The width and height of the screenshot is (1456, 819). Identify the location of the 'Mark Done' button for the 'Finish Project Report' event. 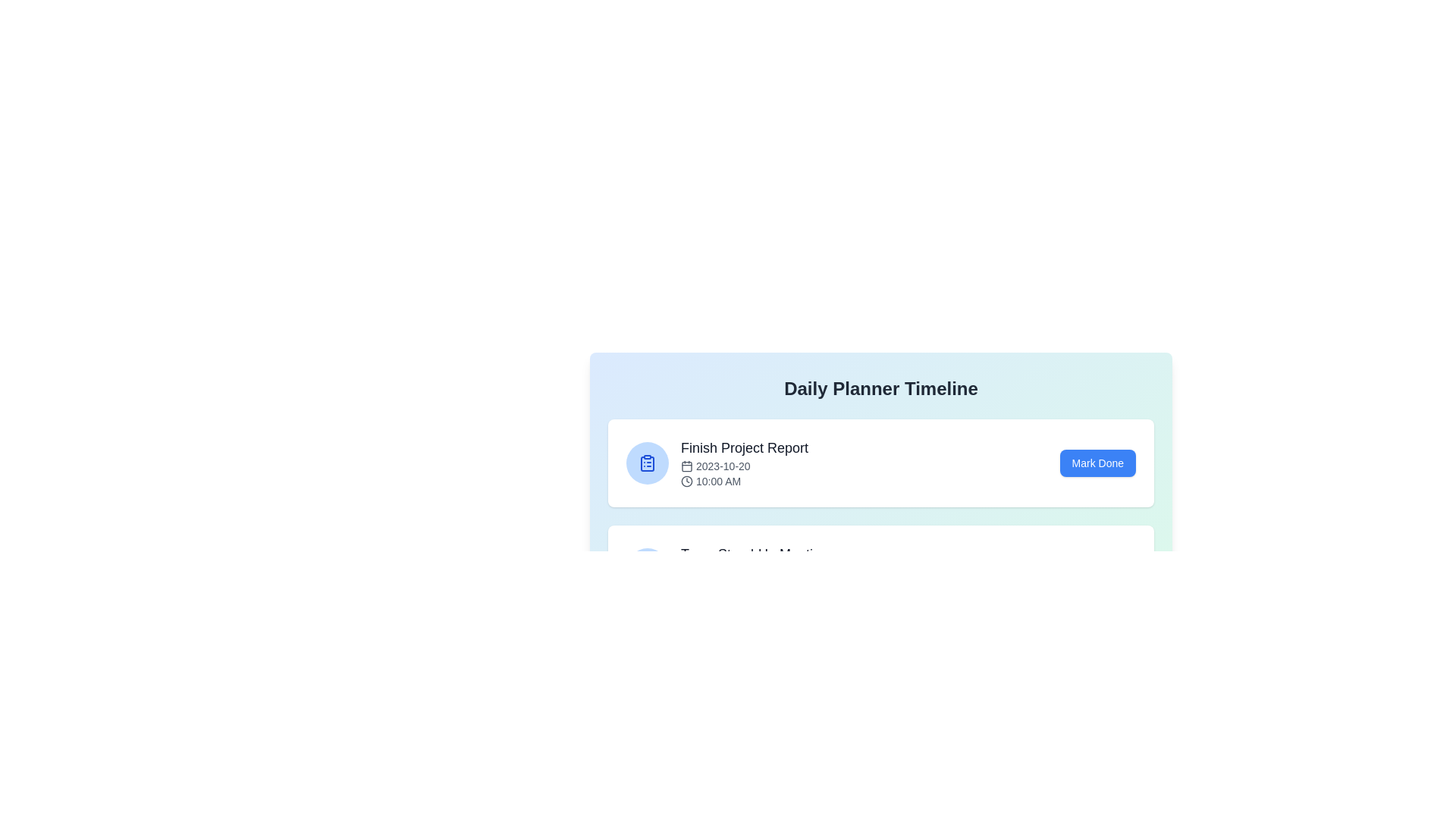
(1097, 462).